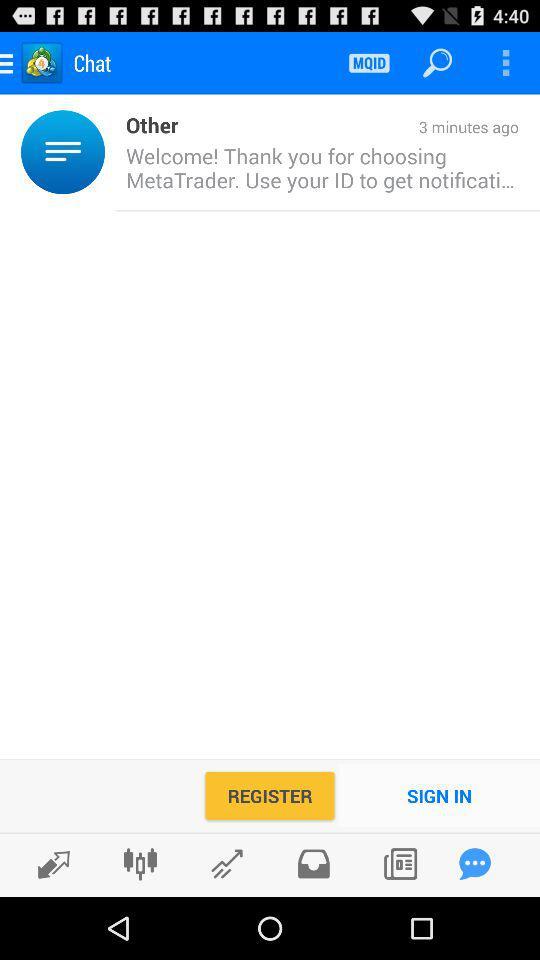 The image size is (540, 960). What do you see at coordinates (474, 863) in the screenshot?
I see `leave a comment` at bounding box center [474, 863].